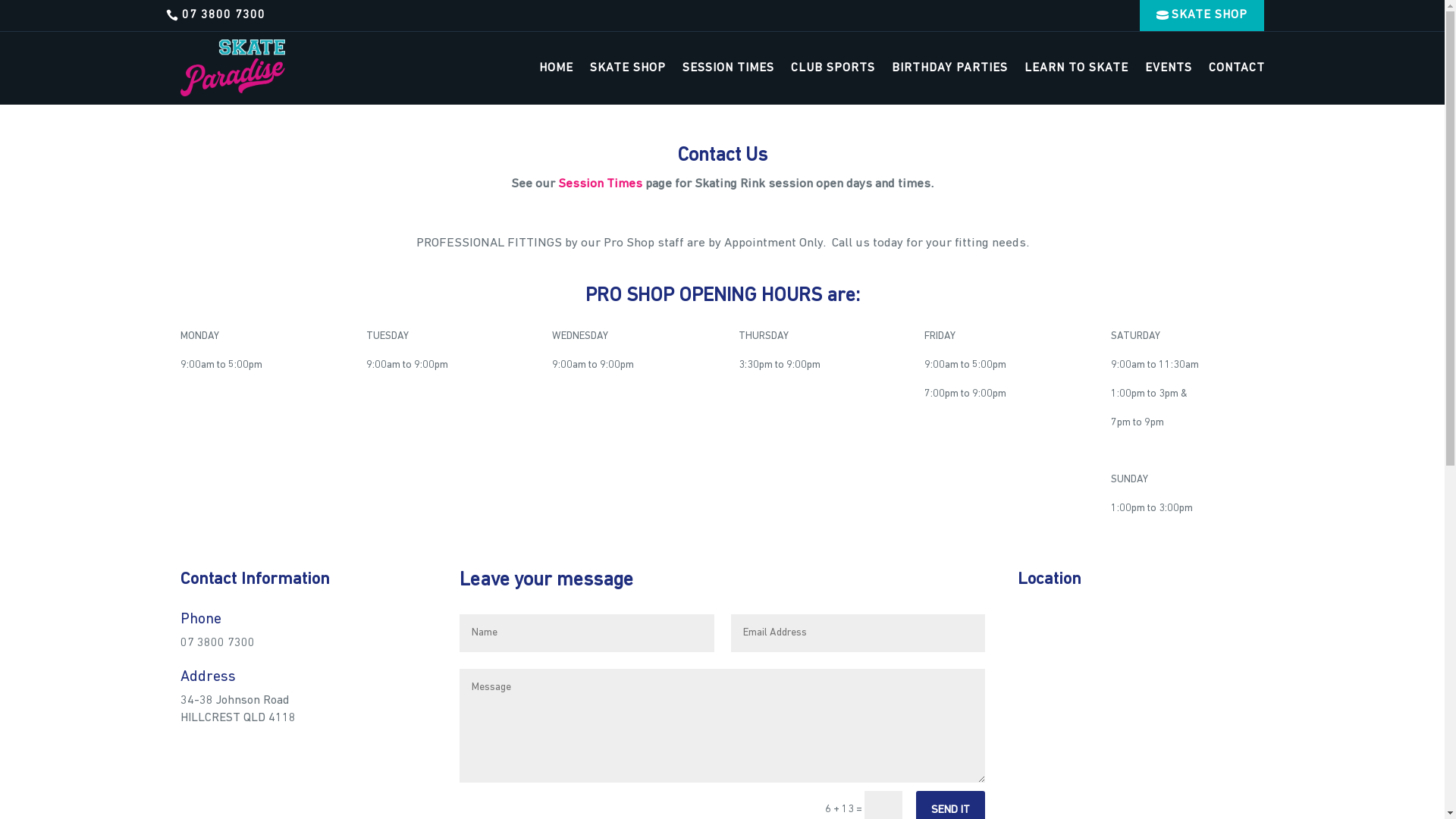  Describe the element at coordinates (1075, 67) in the screenshot. I see `'LEARN TO SKATE'` at that location.